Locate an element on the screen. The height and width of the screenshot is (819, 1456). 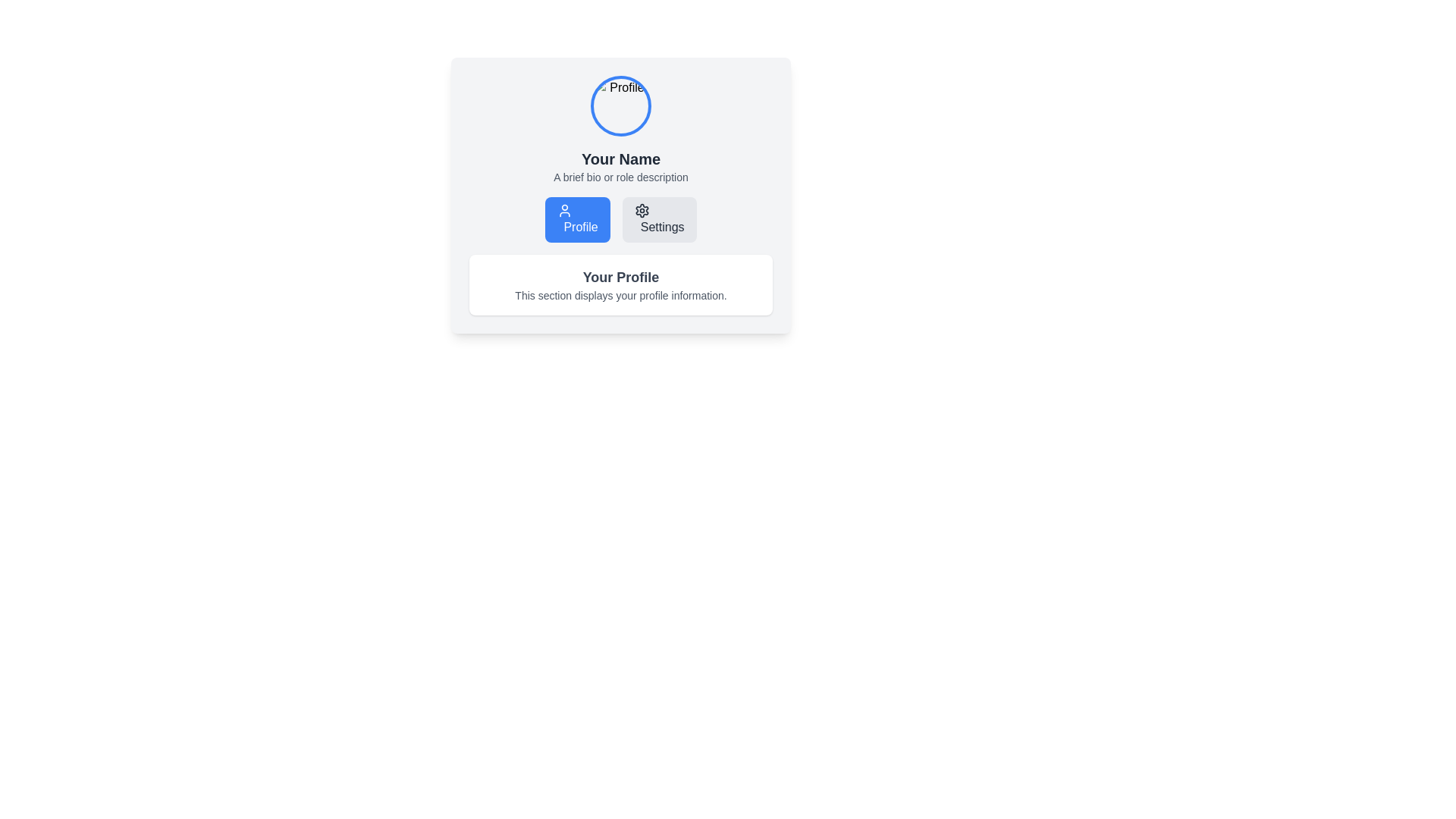
the 'Profile' text label within the blue rectangular button is located at coordinates (580, 227).